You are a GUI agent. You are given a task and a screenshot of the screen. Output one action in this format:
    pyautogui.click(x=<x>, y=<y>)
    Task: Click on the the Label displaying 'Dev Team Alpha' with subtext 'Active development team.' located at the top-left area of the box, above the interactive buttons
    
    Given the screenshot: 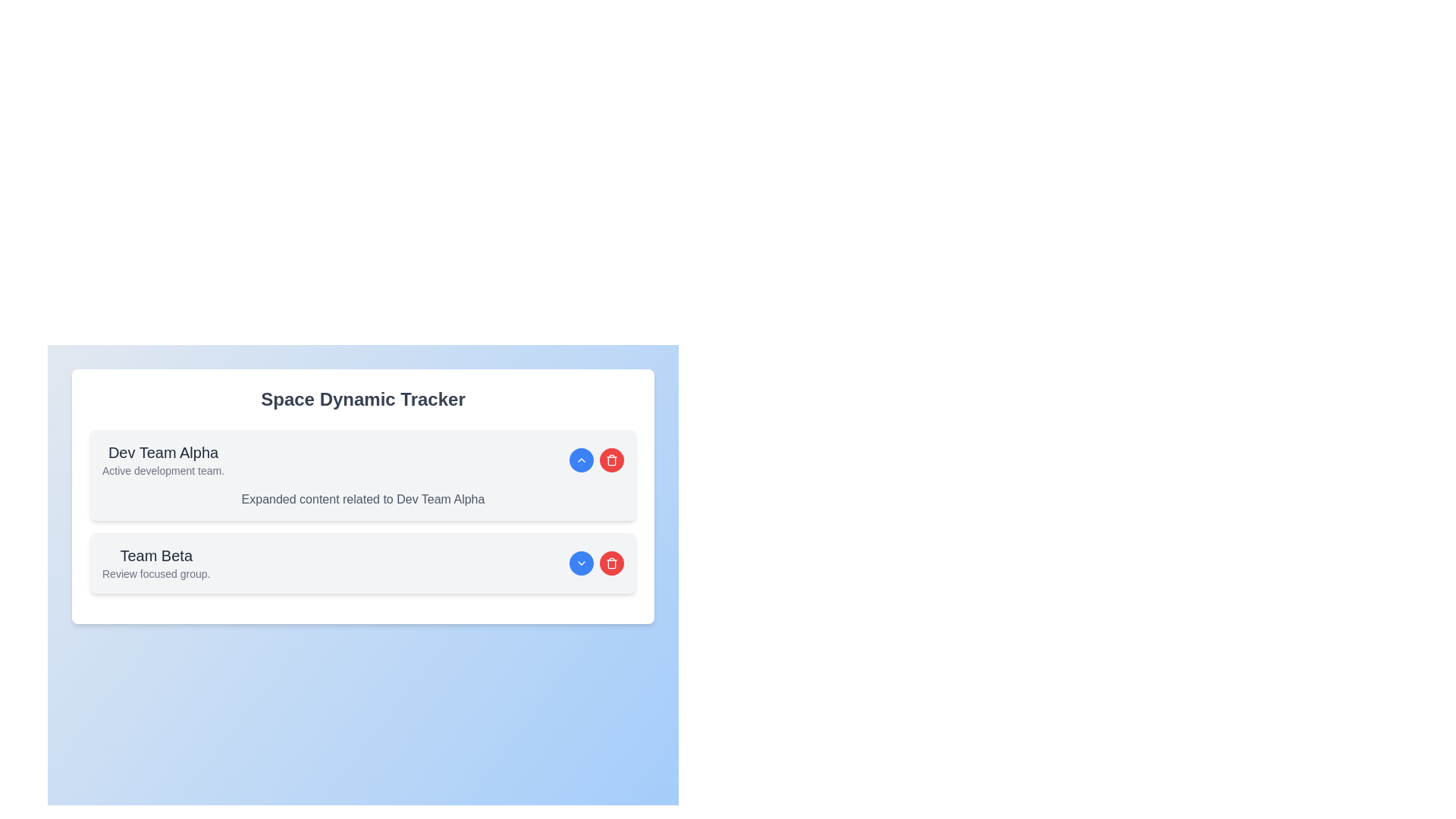 What is the action you would take?
    pyautogui.click(x=163, y=459)
    